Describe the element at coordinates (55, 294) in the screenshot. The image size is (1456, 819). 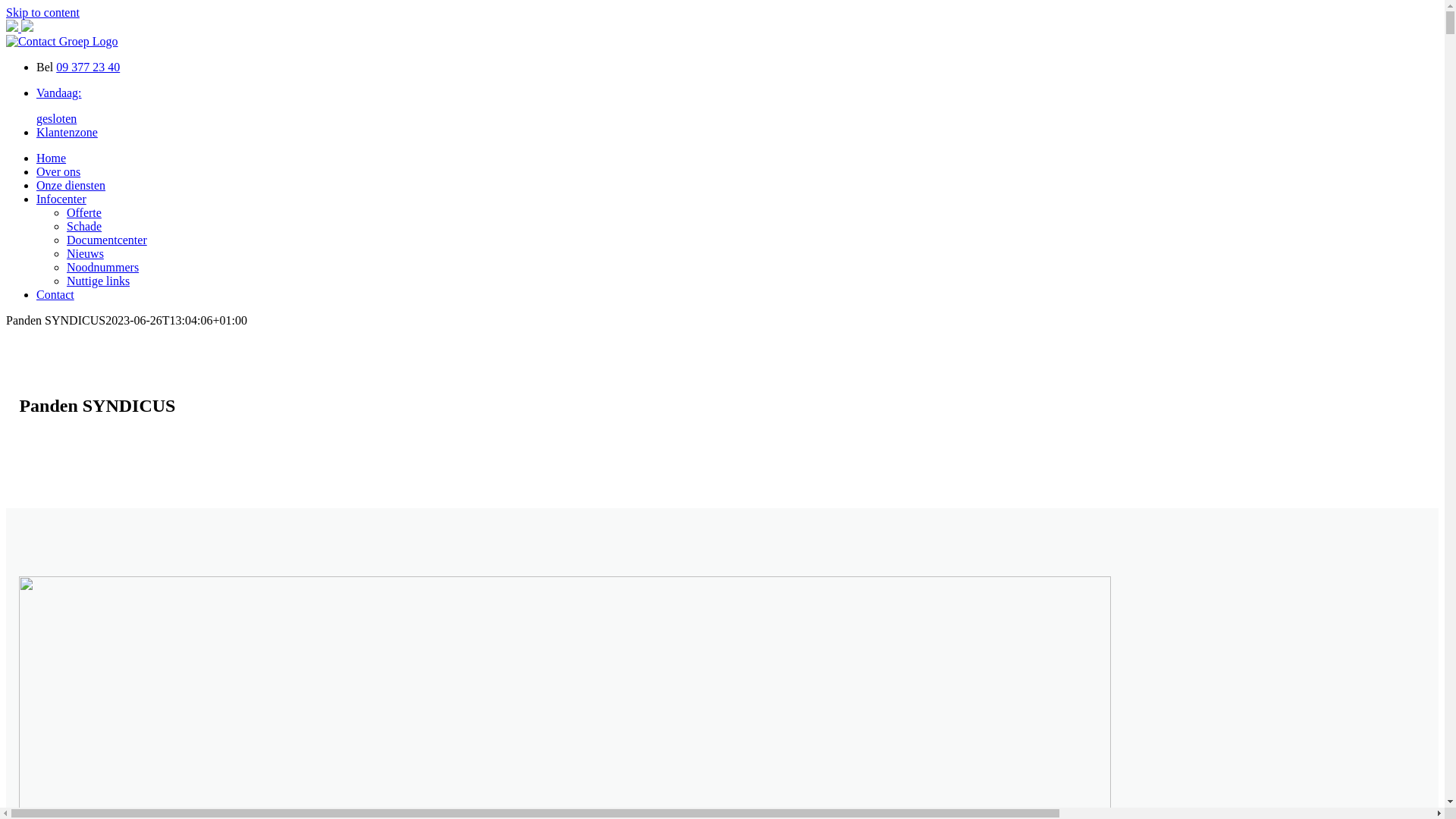
I see `'Contact'` at that location.